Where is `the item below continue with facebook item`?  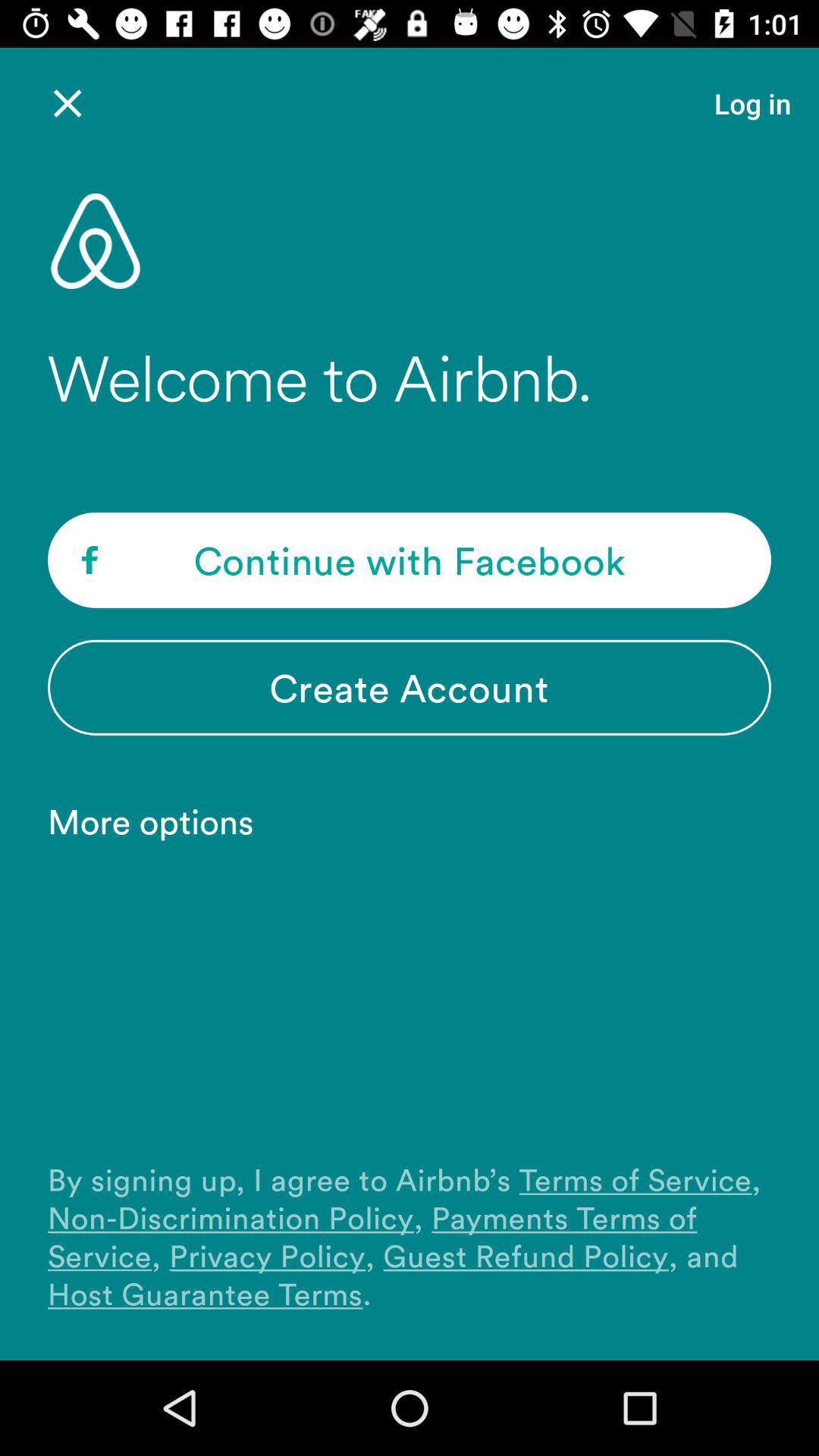
the item below continue with facebook item is located at coordinates (409, 686).